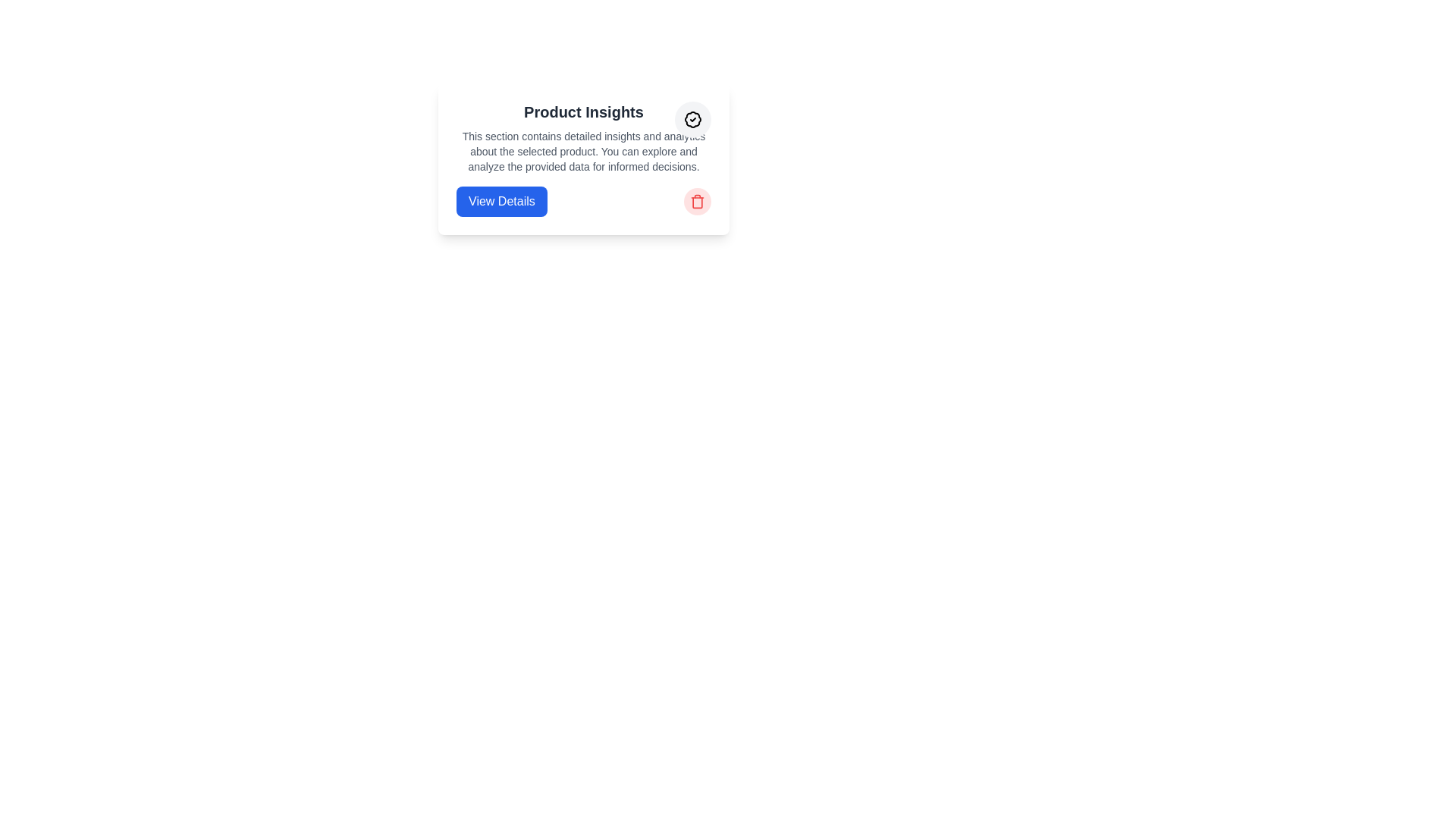  I want to click on the delete button with an icon located to the right of the 'Product Insights' section, adjacent to the 'View Details' blue button, so click(697, 201).